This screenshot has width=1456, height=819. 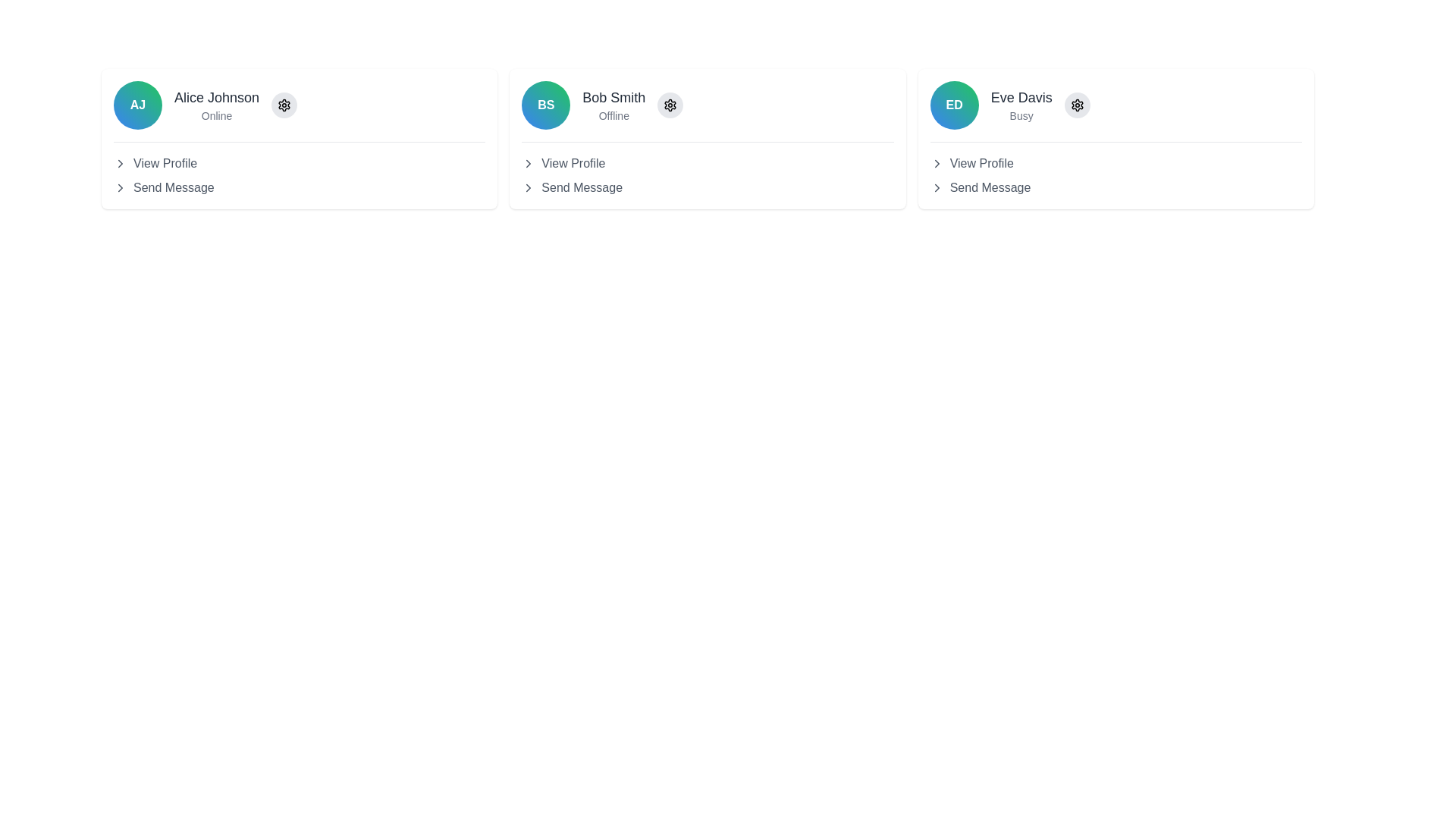 I want to click on the arrow icon located in the bottom section of the third card, so click(x=936, y=164).